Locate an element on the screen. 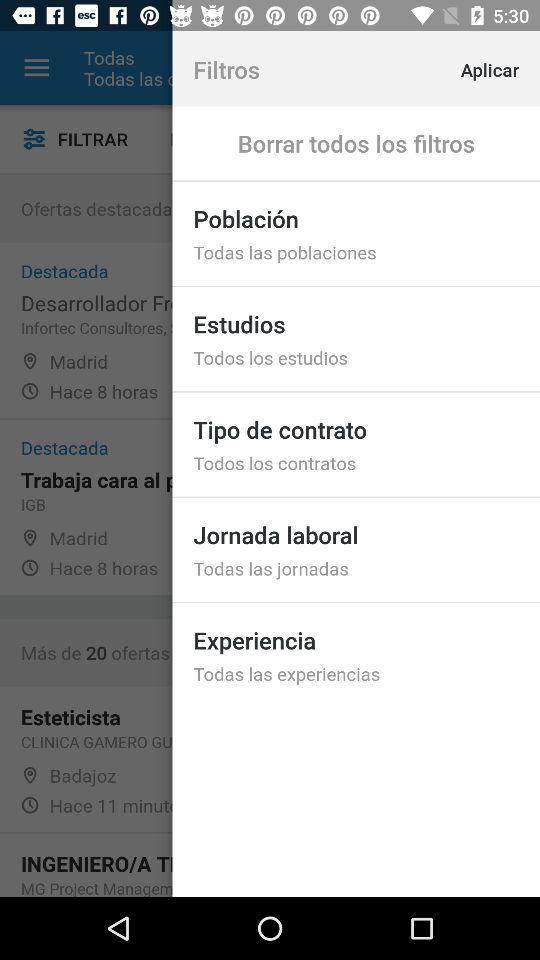  the item to the left of the todas icon is located at coordinates (36, 68).